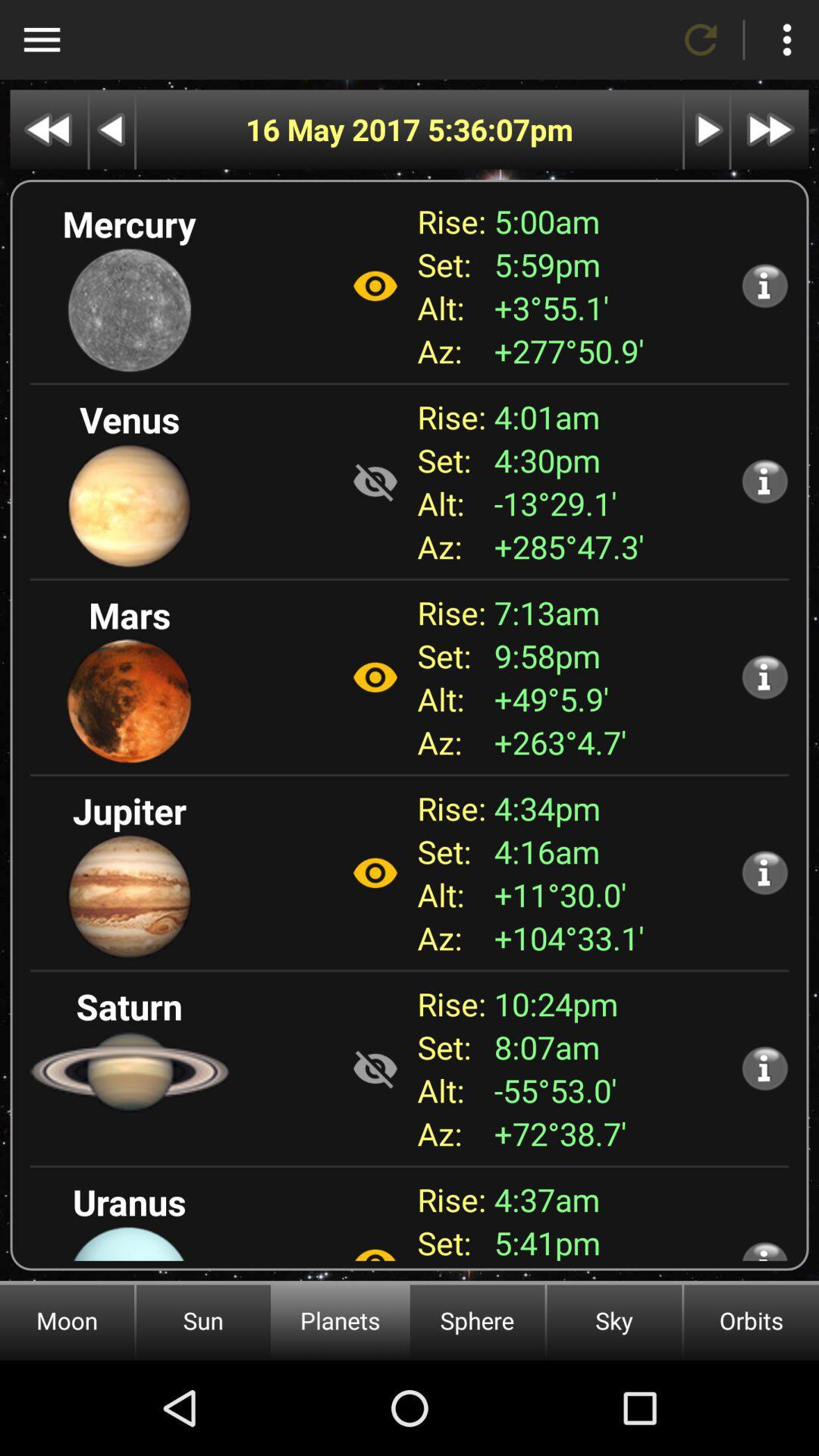 The image size is (819, 1456). What do you see at coordinates (111, 130) in the screenshot?
I see `go back` at bounding box center [111, 130].